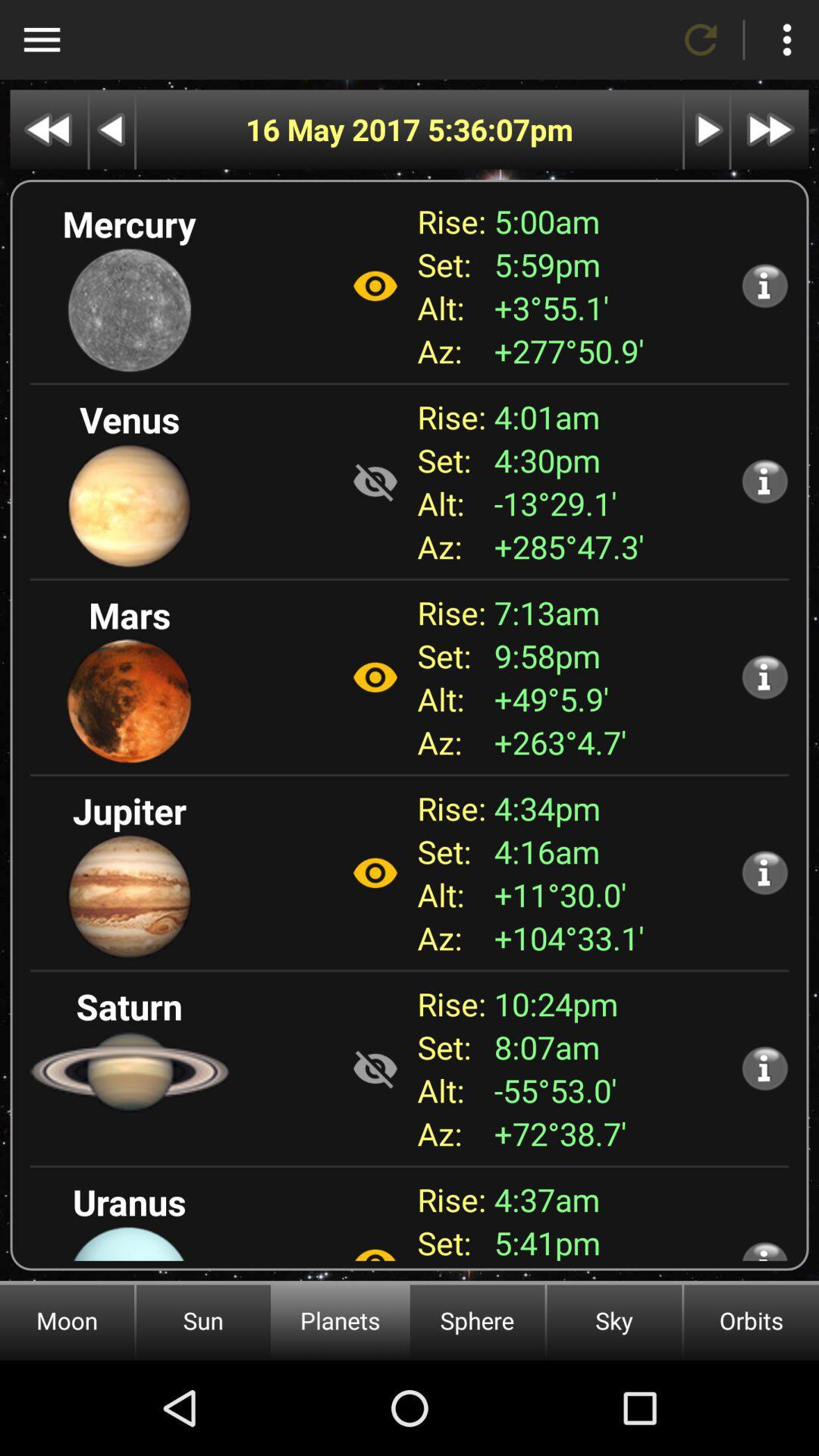 The image size is (819, 1456). What do you see at coordinates (111, 130) in the screenshot?
I see `go back` at bounding box center [111, 130].